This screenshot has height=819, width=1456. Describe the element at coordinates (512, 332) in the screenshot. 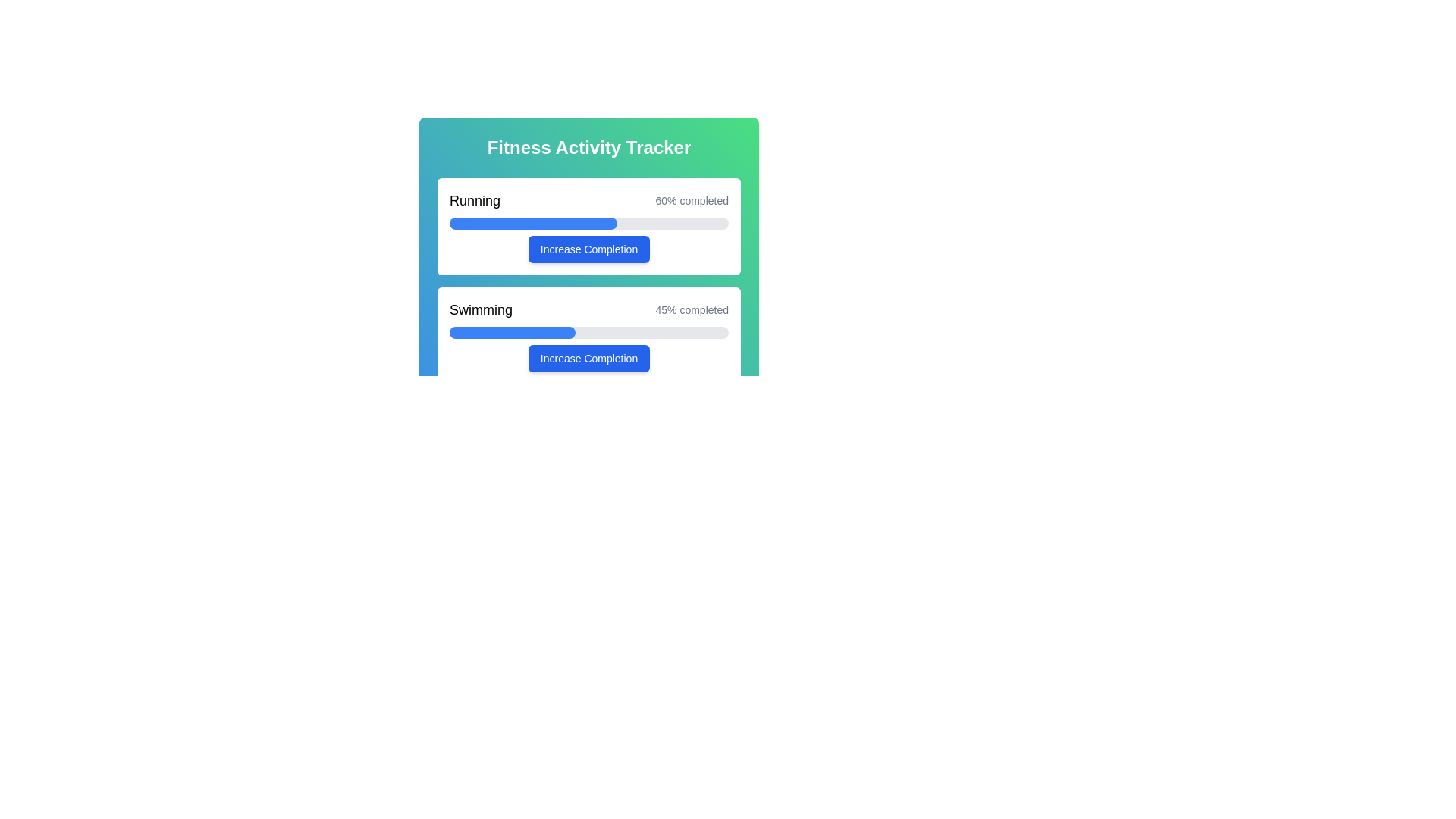

I see `the filled portion of the progress bar indicating the completion percentage of the 'Swimming' activity in the fitness tracker interface` at that location.